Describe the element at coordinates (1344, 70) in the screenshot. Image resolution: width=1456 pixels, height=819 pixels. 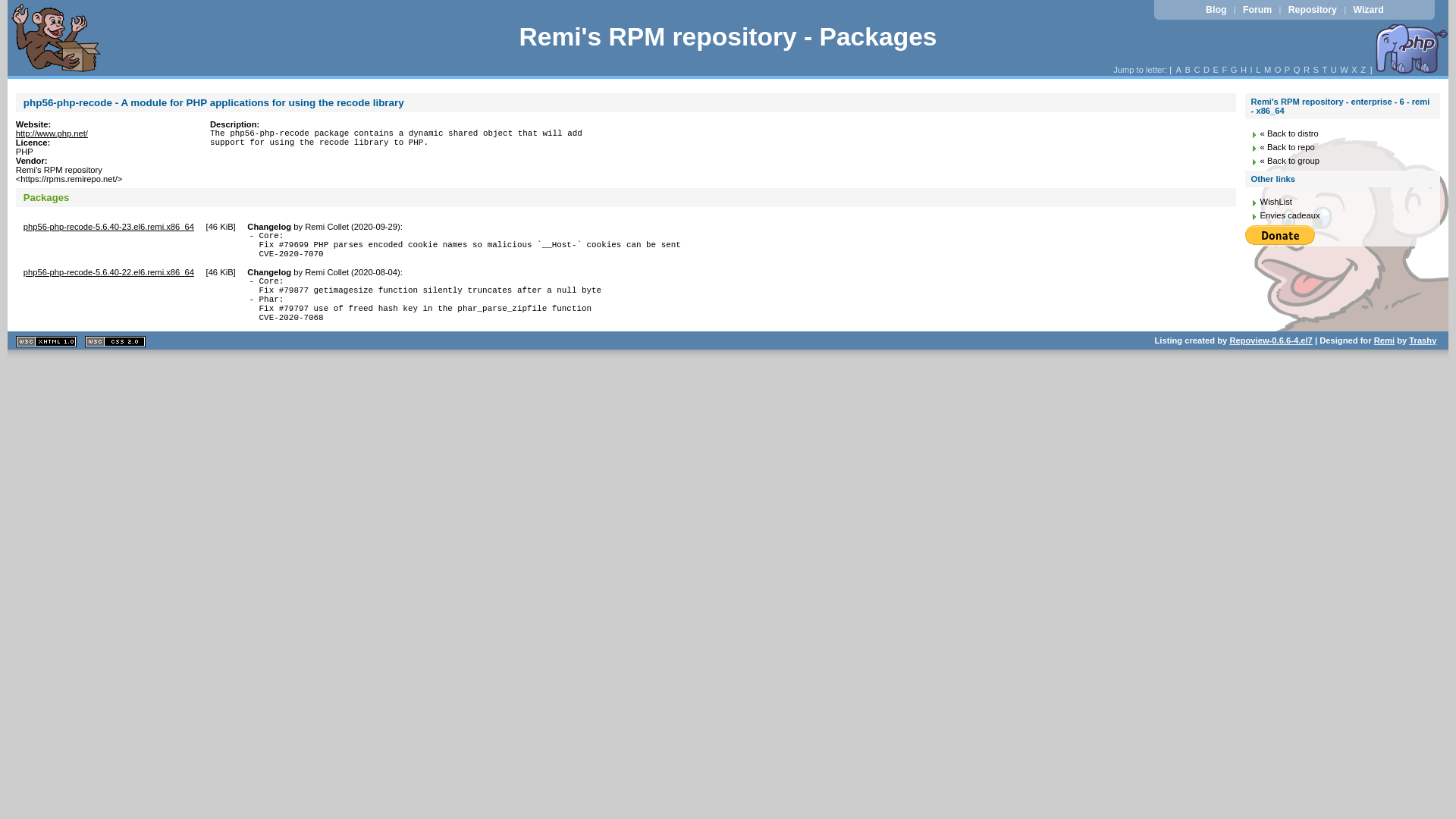
I see `'W'` at that location.